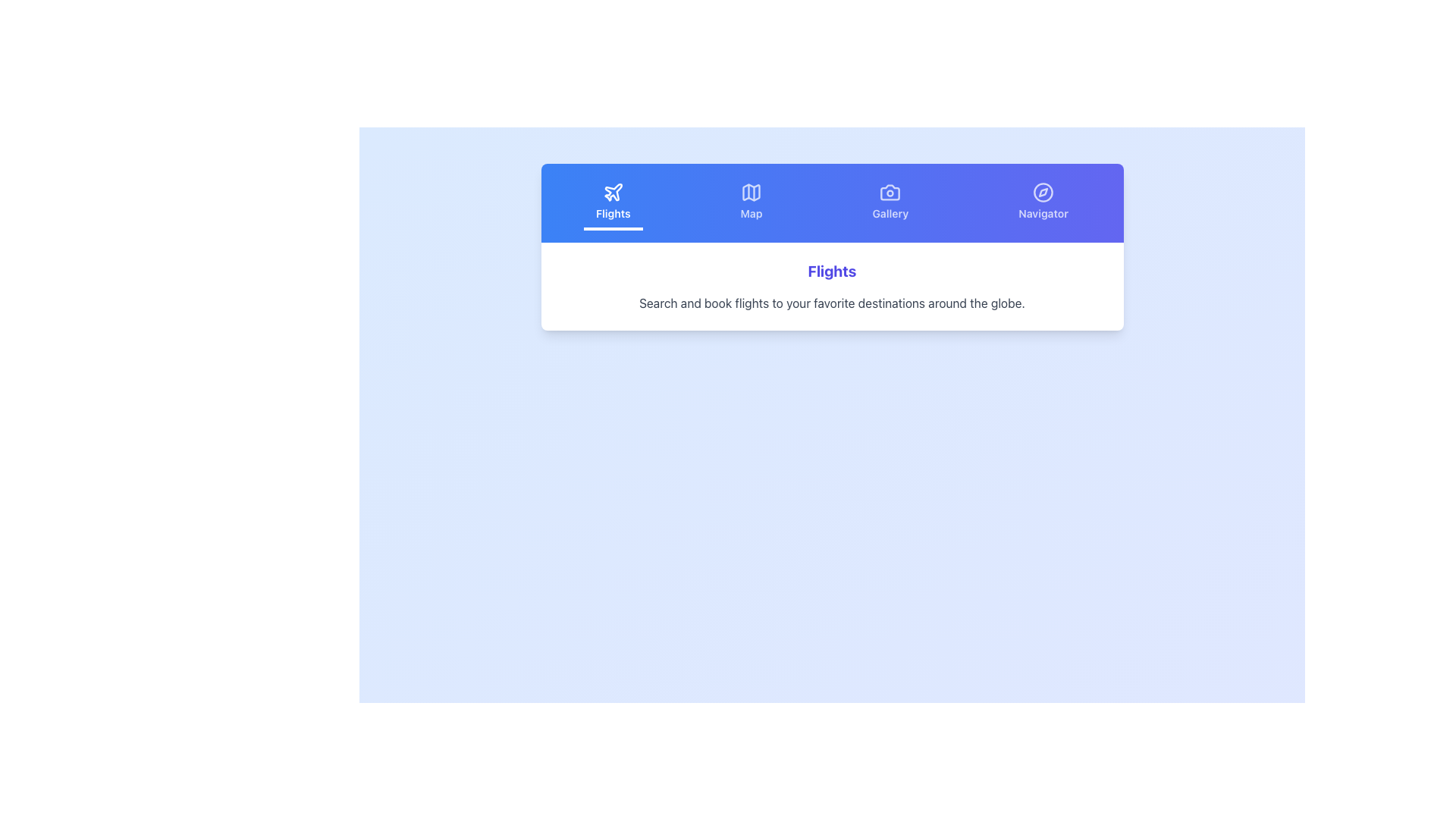  I want to click on the 'Flights' button, which features a small airplane icon and is styled with a blue background, so click(613, 202).